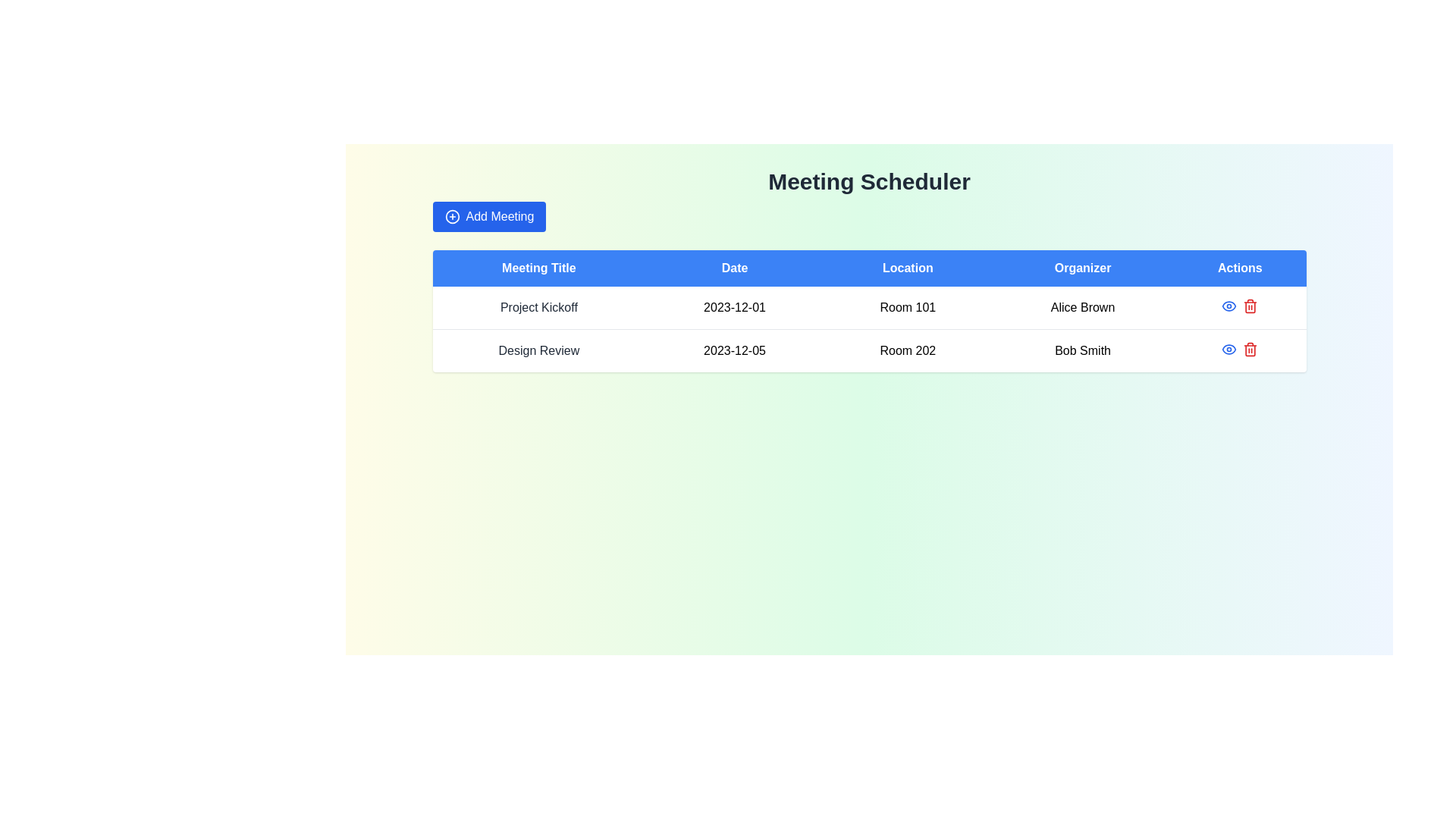  Describe the element at coordinates (451, 216) in the screenshot. I see `the lucide-circle-plus icon located at the top-left of the interface` at that location.